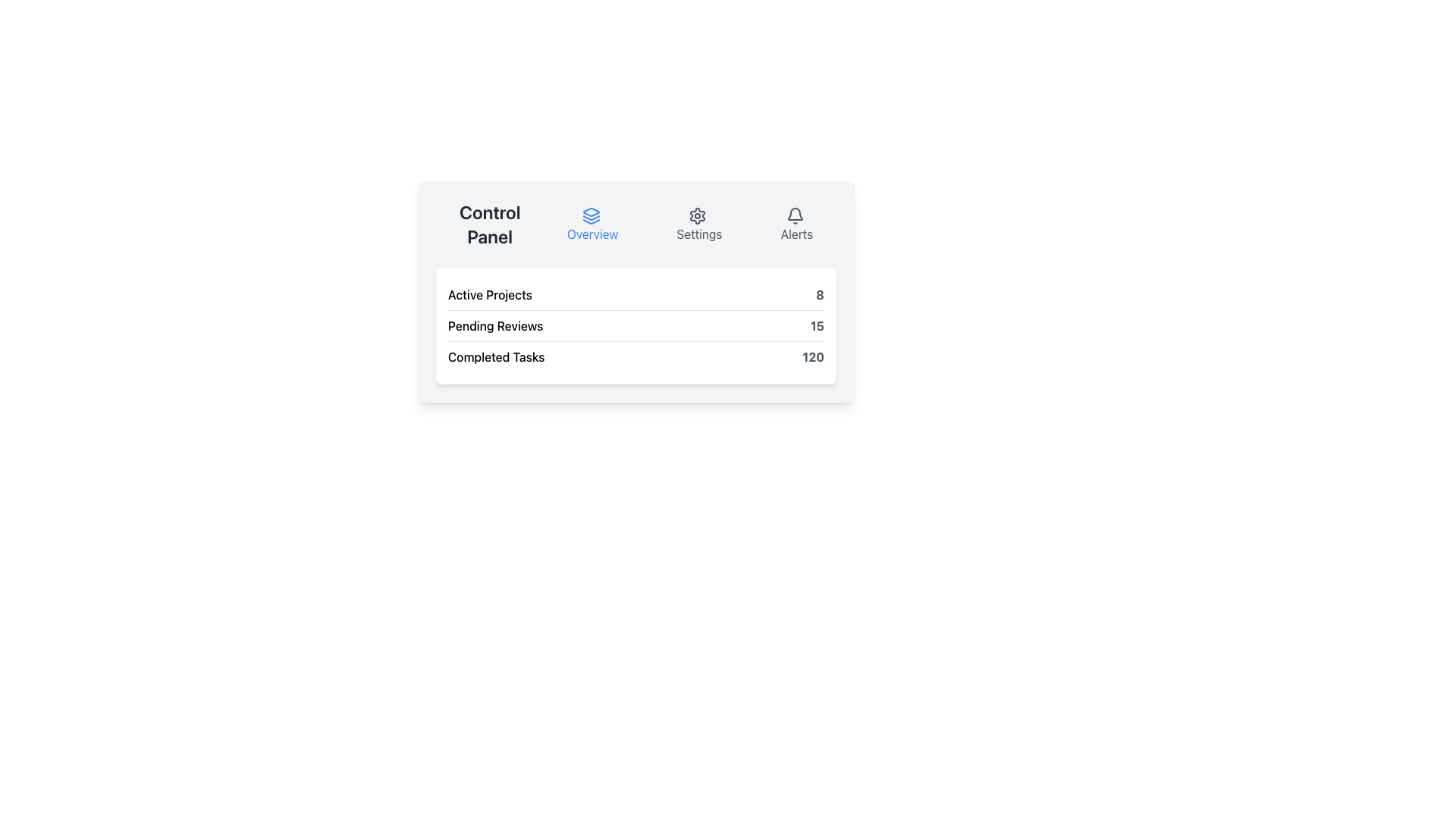 This screenshot has width=1456, height=819. Describe the element at coordinates (590, 212) in the screenshot. I see `the 'Overview' or 'Layers' icon located in the navigation bar beneath the 'Control Panel' heading` at that location.